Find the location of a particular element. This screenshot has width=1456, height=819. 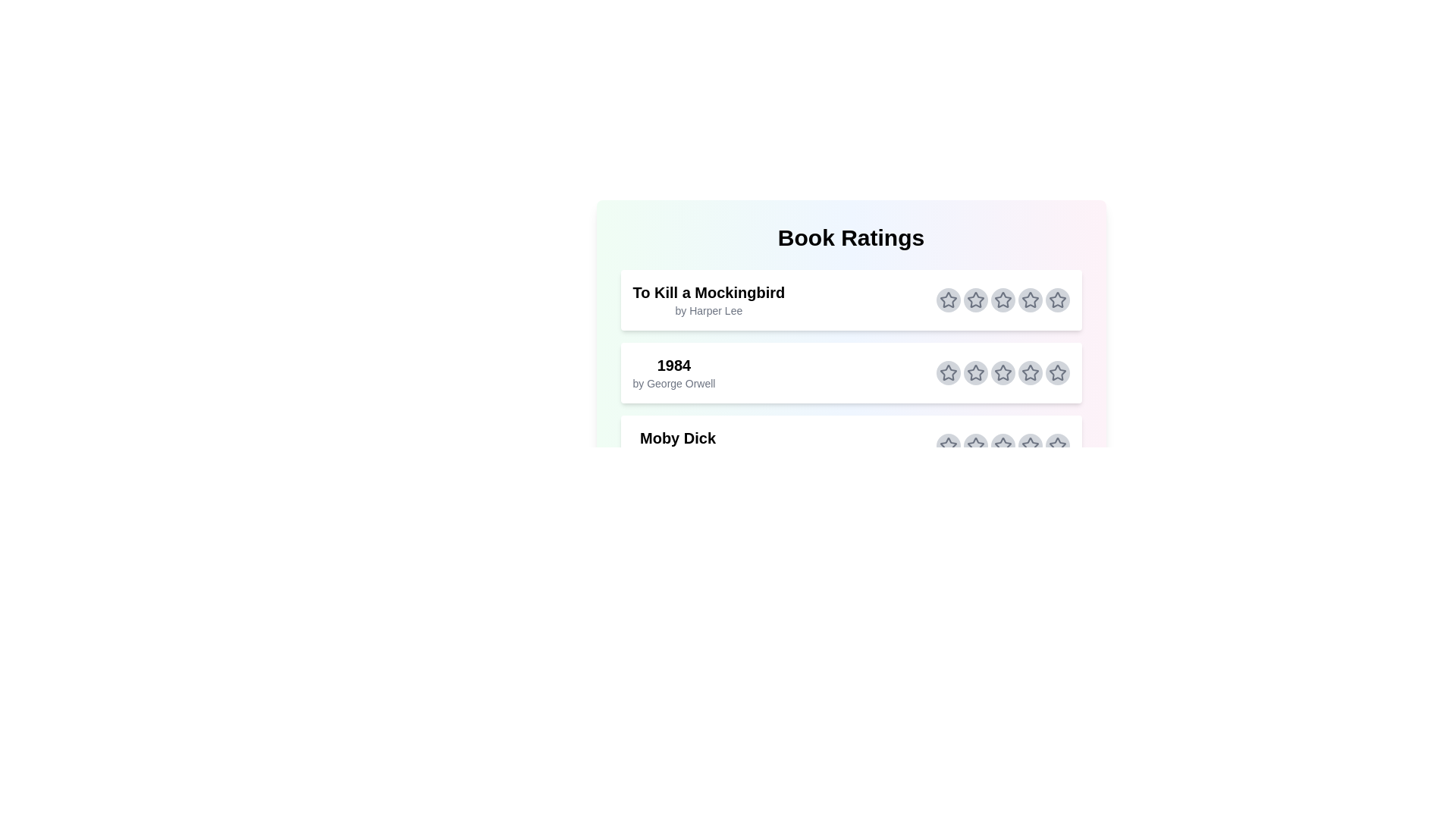

the star corresponding to 5 stars for the book titled 1984 is located at coordinates (1056, 373).